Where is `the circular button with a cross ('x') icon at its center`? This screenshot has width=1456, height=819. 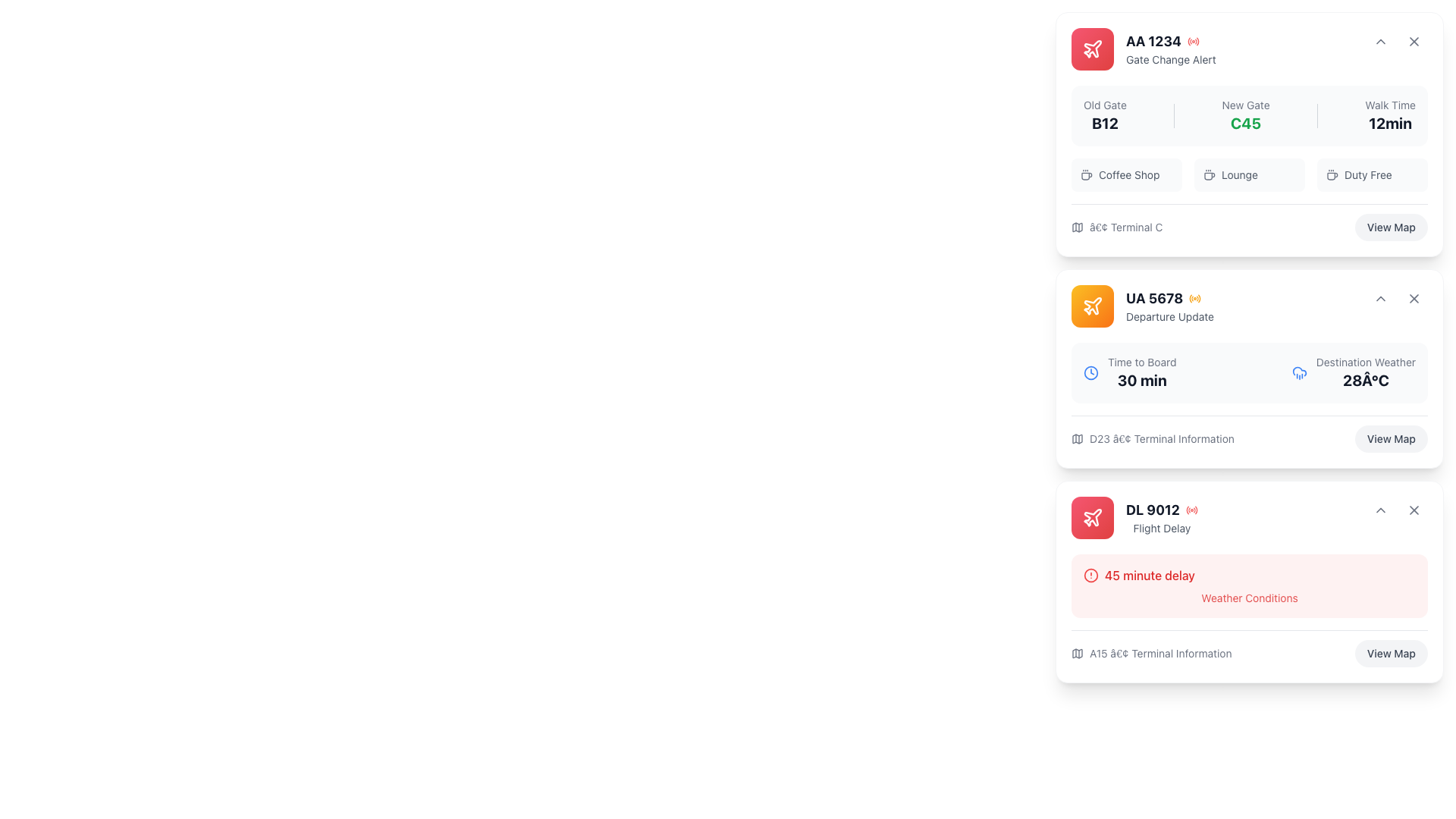 the circular button with a cross ('x') icon at its center is located at coordinates (1414, 40).